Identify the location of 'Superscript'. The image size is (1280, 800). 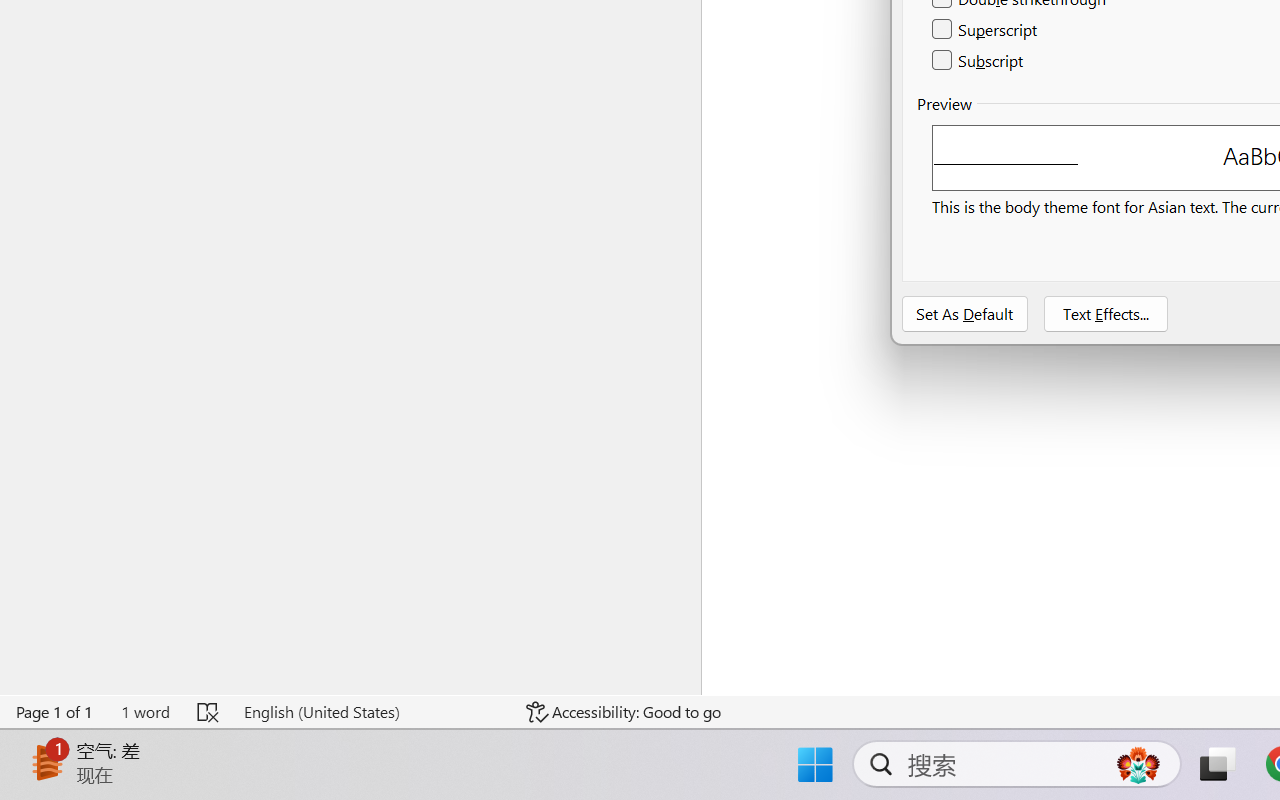
(986, 30).